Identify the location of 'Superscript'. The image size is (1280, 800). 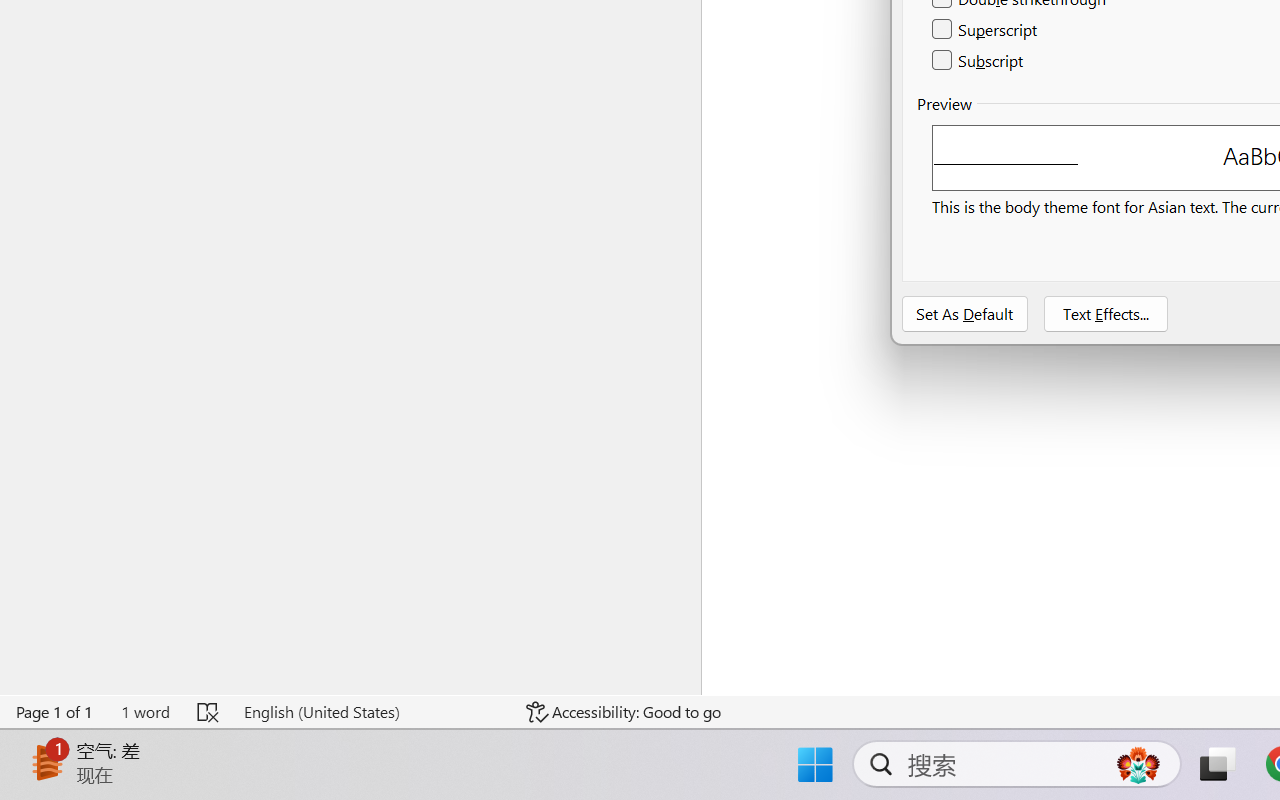
(986, 30).